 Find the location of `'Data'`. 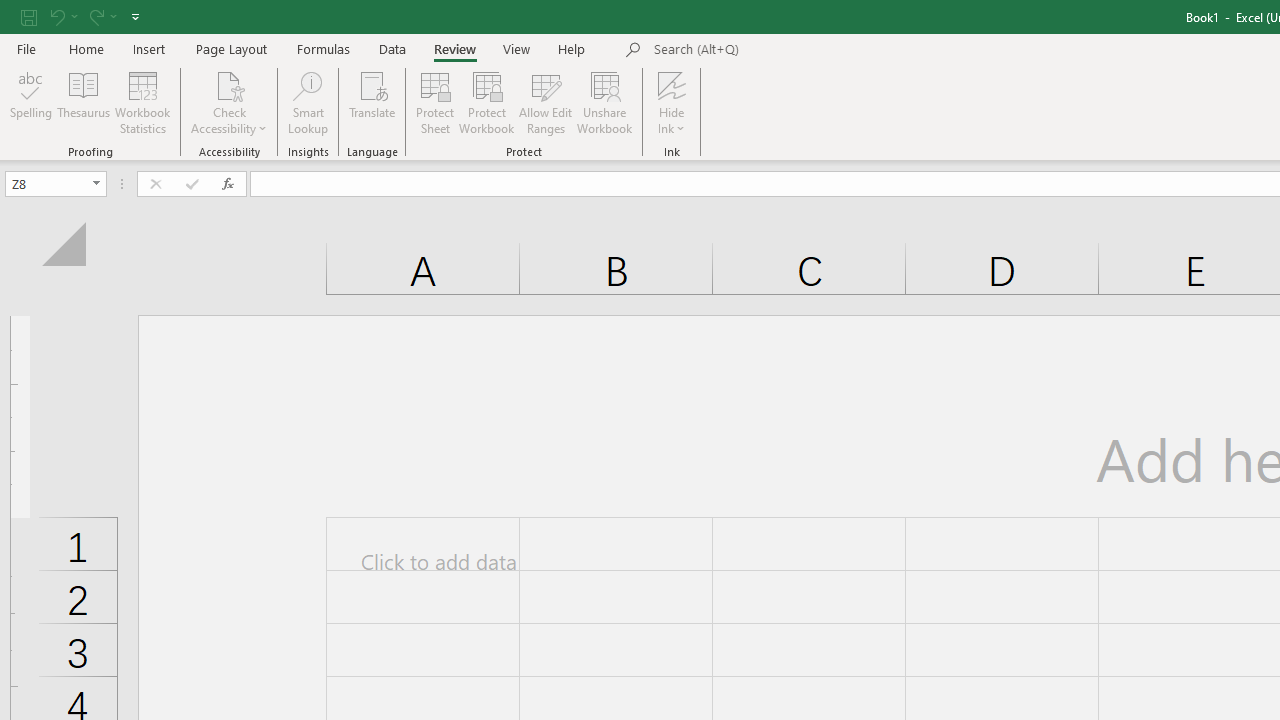

'Data' is located at coordinates (392, 48).